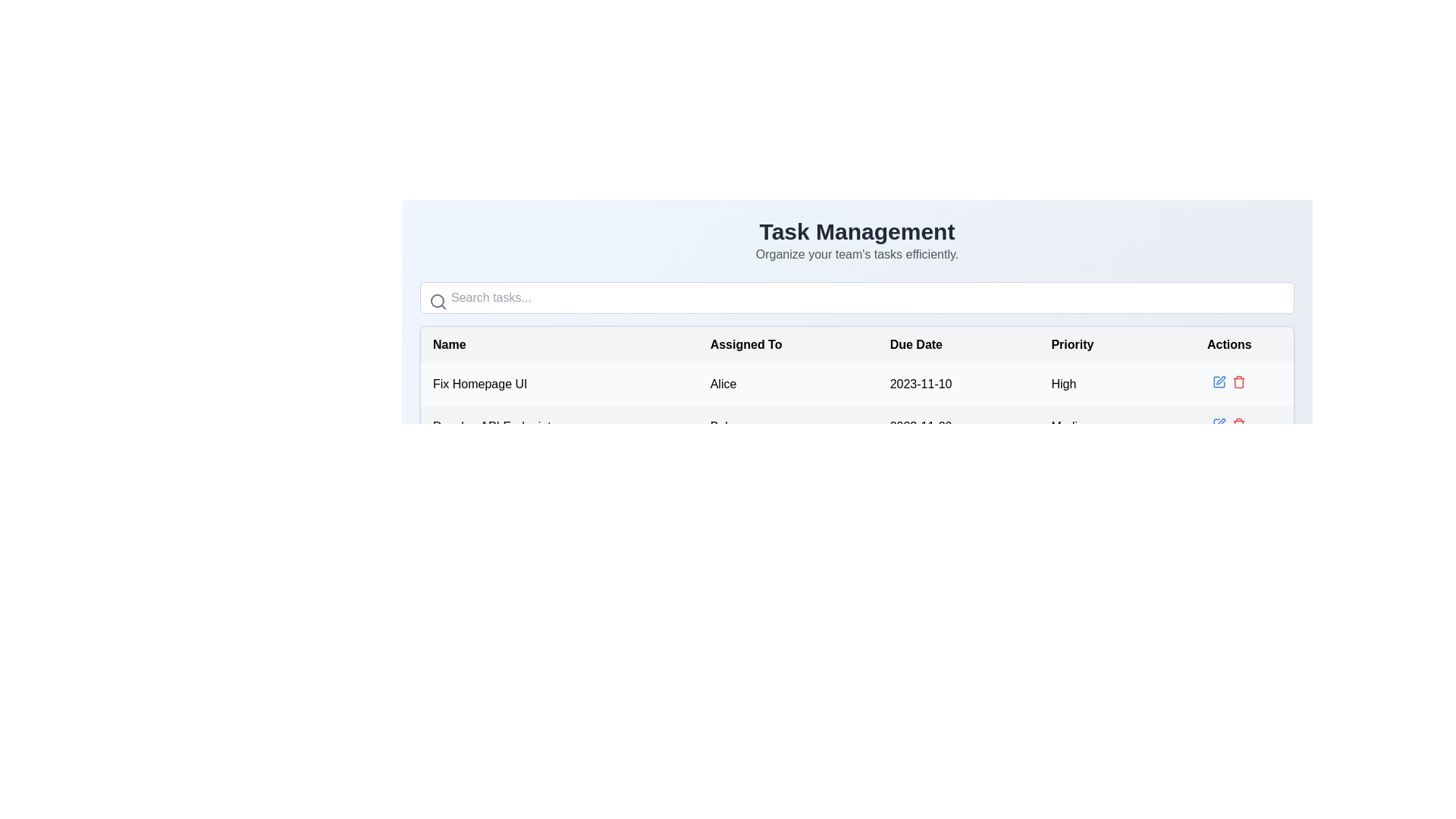  What do you see at coordinates (1221, 422) in the screenshot?
I see `the pen-like icon in the 'Actions' column of the task table to initiate the edit function` at bounding box center [1221, 422].